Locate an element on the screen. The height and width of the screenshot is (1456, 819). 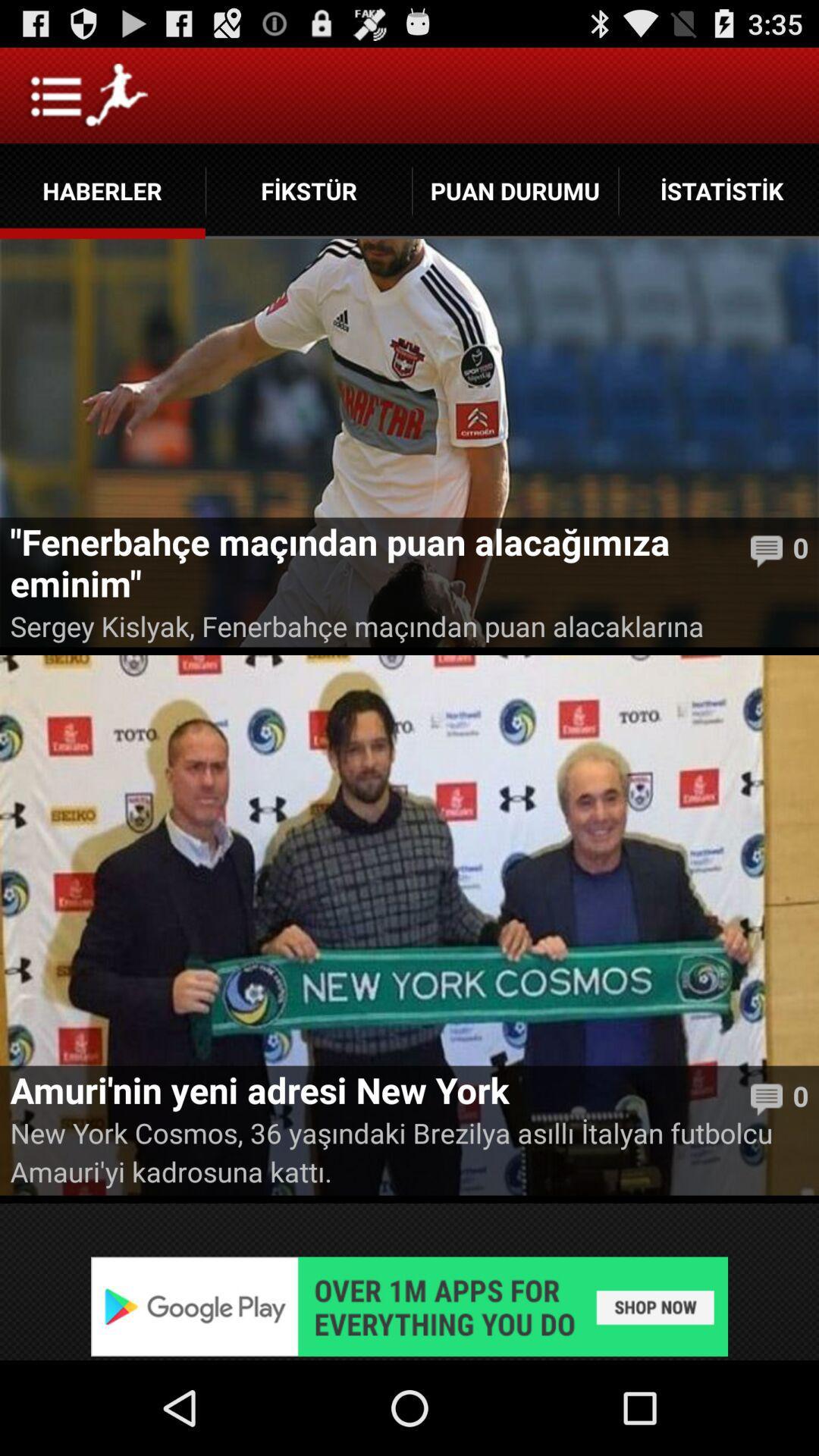
the haberler app is located at coordinates (102, 190).